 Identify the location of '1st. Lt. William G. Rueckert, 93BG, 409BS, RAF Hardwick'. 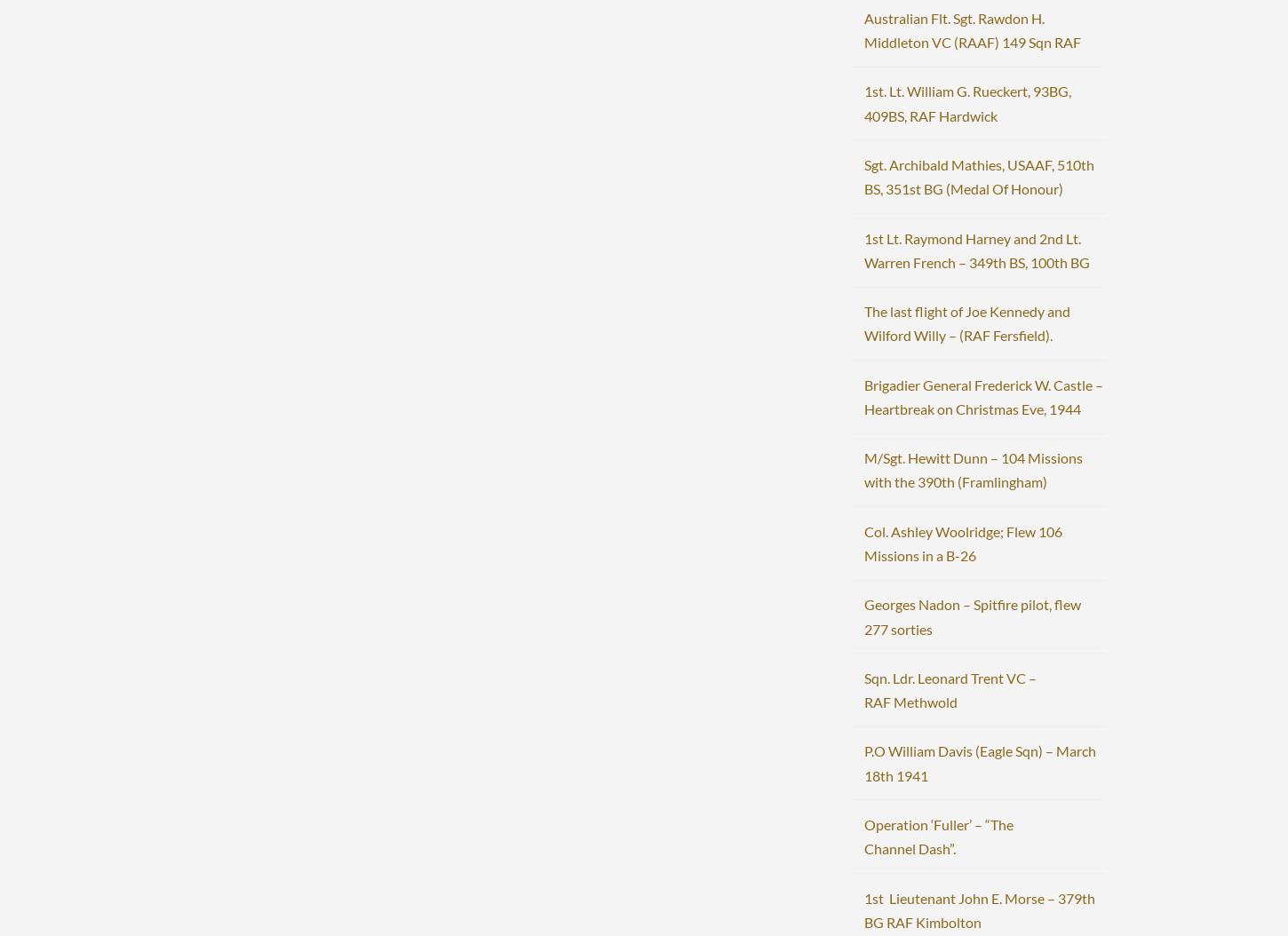
(966, 103).